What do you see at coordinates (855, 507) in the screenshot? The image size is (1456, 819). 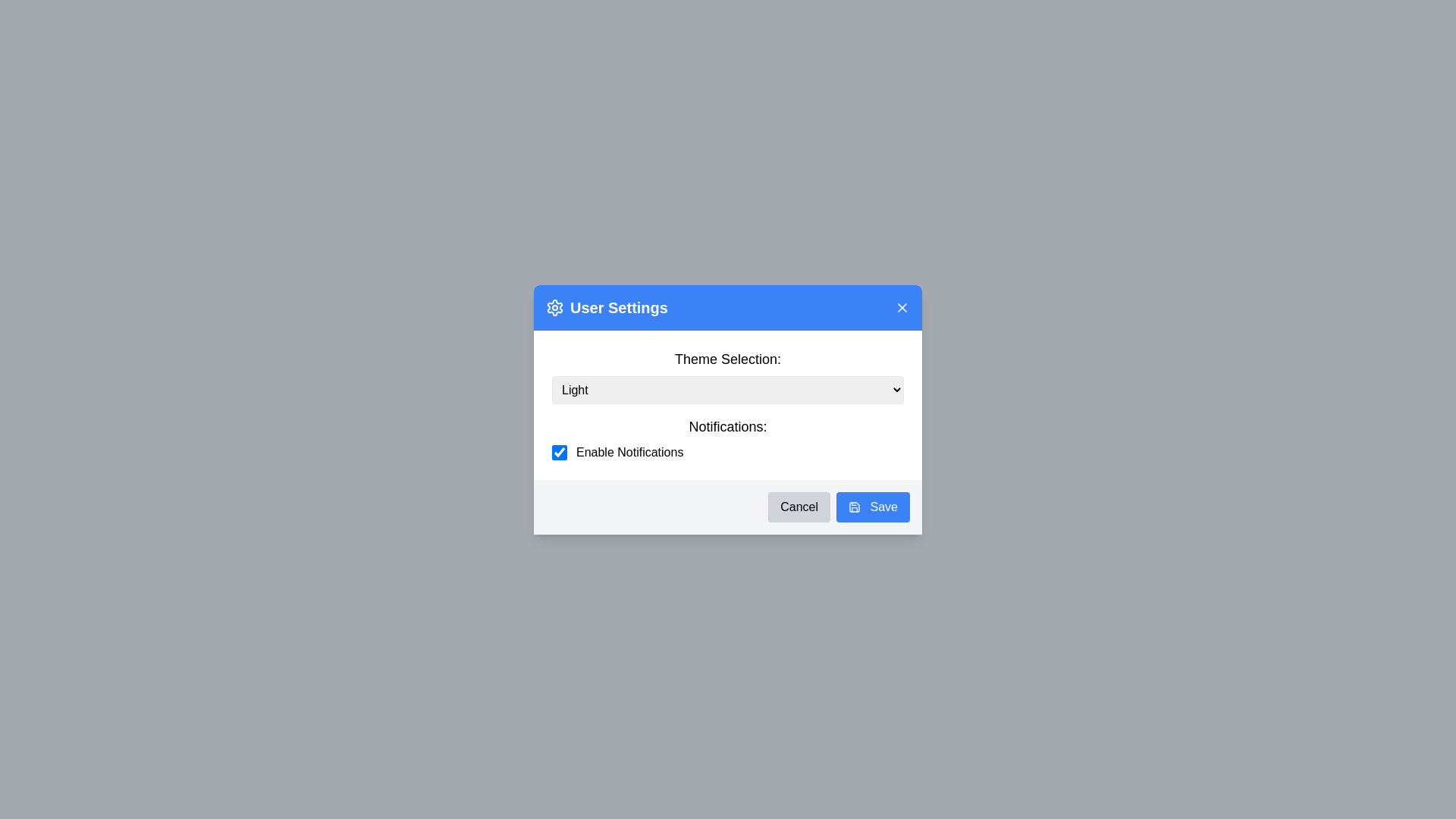 I see `the Decorative icon located to the left of the 'Save' button text in the 'User Settings' dialog window to enhance recognition of the button's purpose` at bounding box center [855, 507].